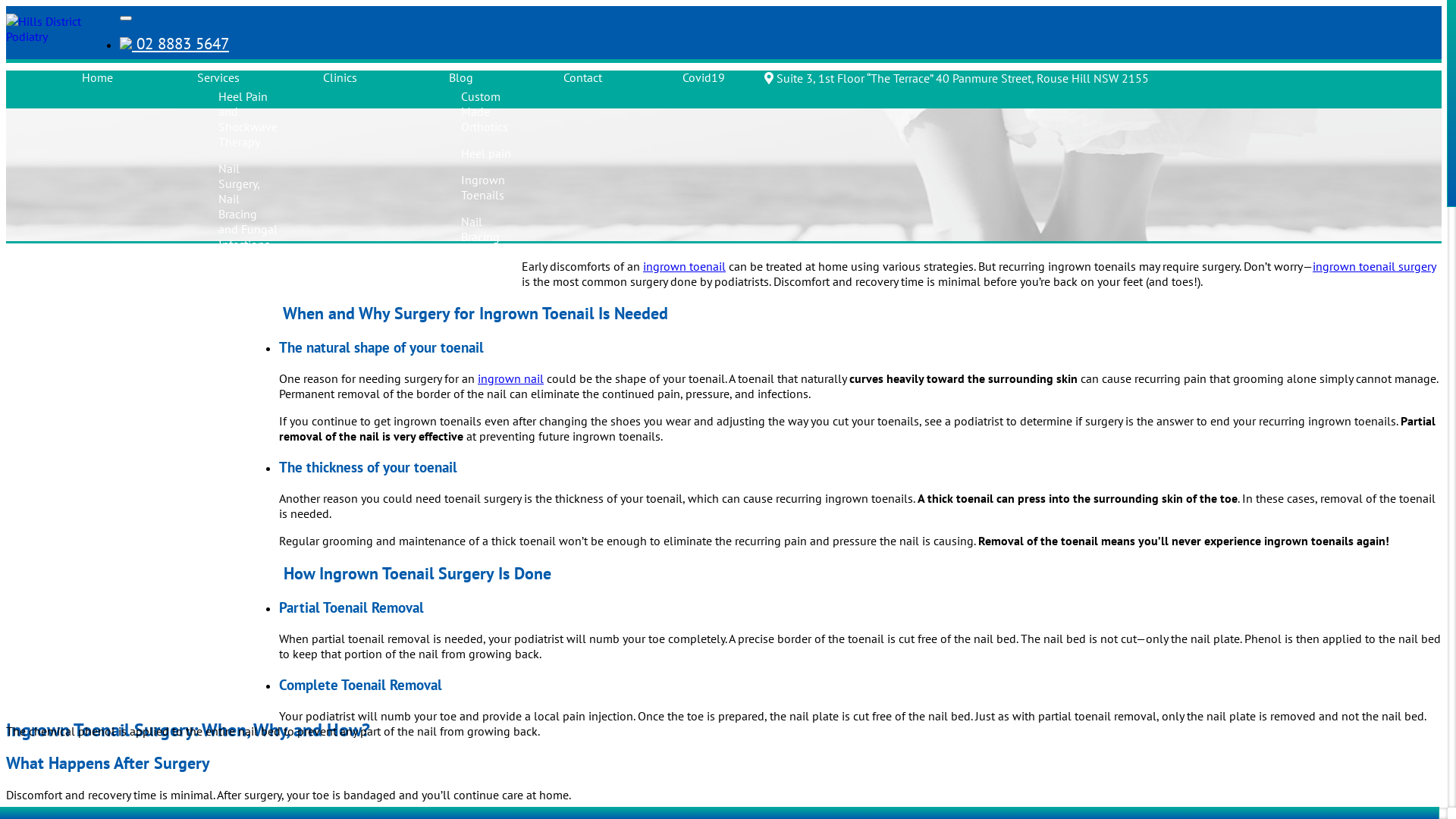 This screenshot has height=819, width=1456. I want to click on 'ingrown toenail', so click(683, 265).